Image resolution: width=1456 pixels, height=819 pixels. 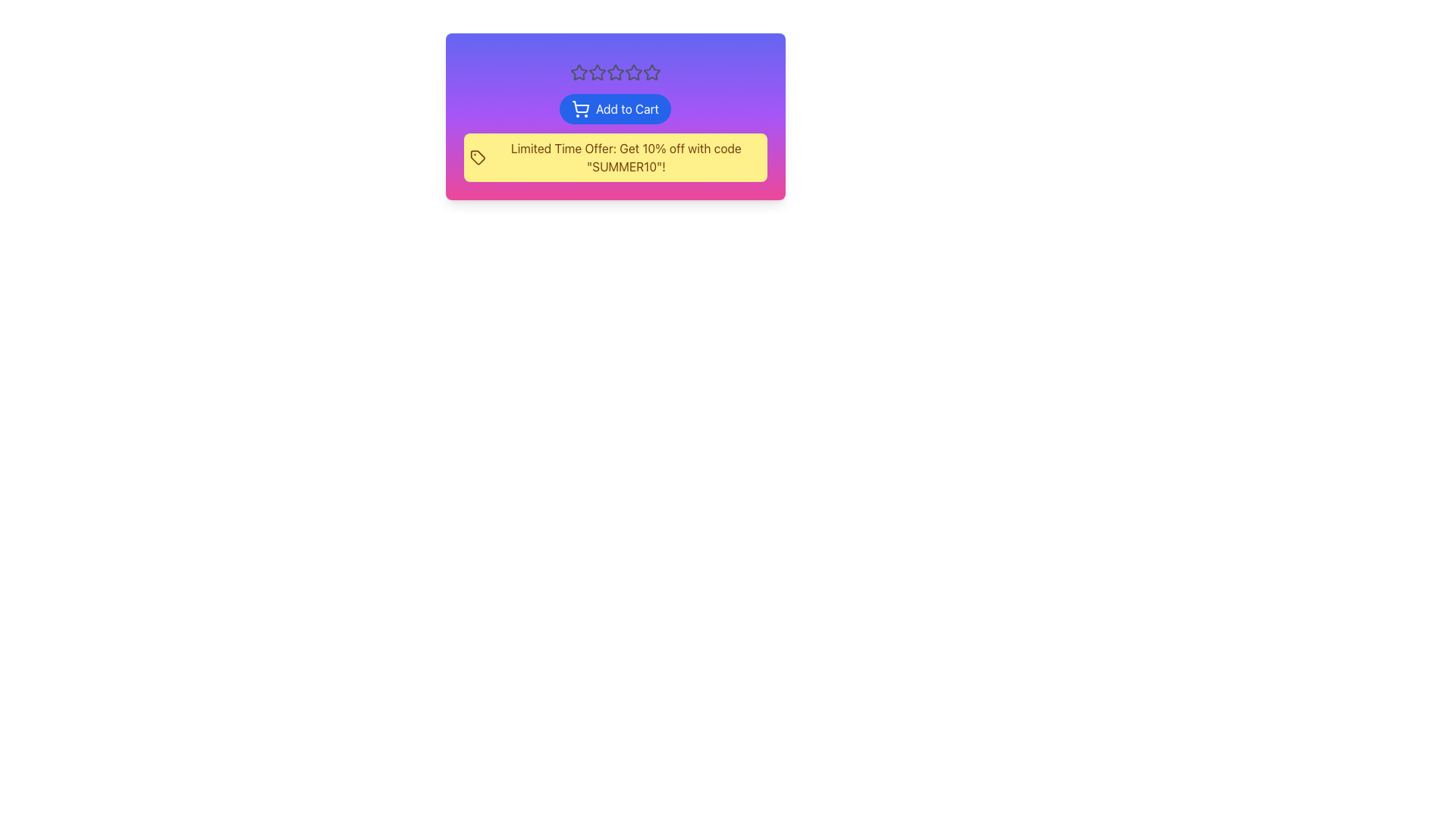 What do you see at coordinates (633, 72) in the screenshot?
I see `the third star in the horizontal row of five star icons` at bounding box center [633, 72].